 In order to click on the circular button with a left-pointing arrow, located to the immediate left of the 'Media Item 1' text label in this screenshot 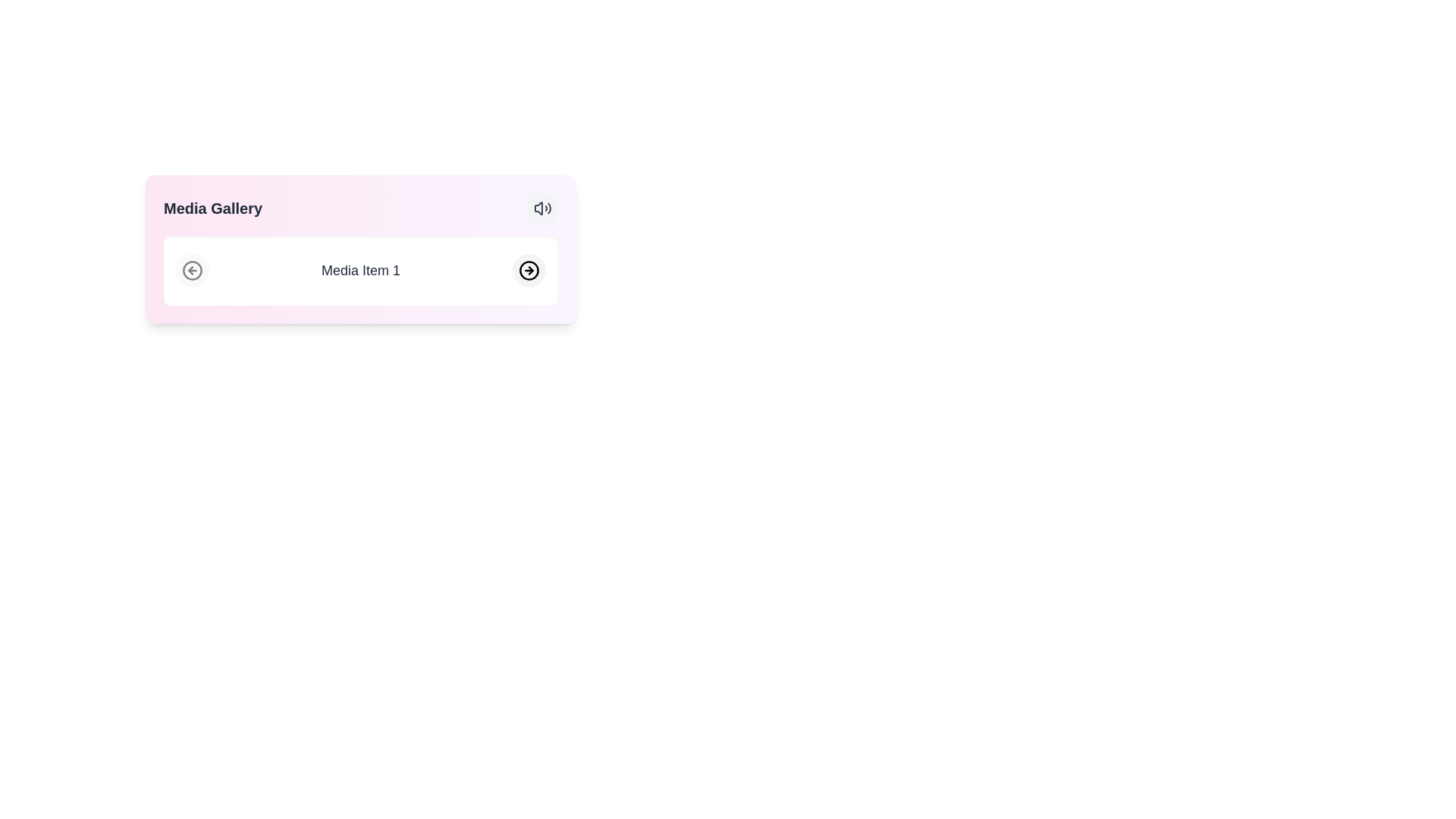, I will do `click(192, 270)`.